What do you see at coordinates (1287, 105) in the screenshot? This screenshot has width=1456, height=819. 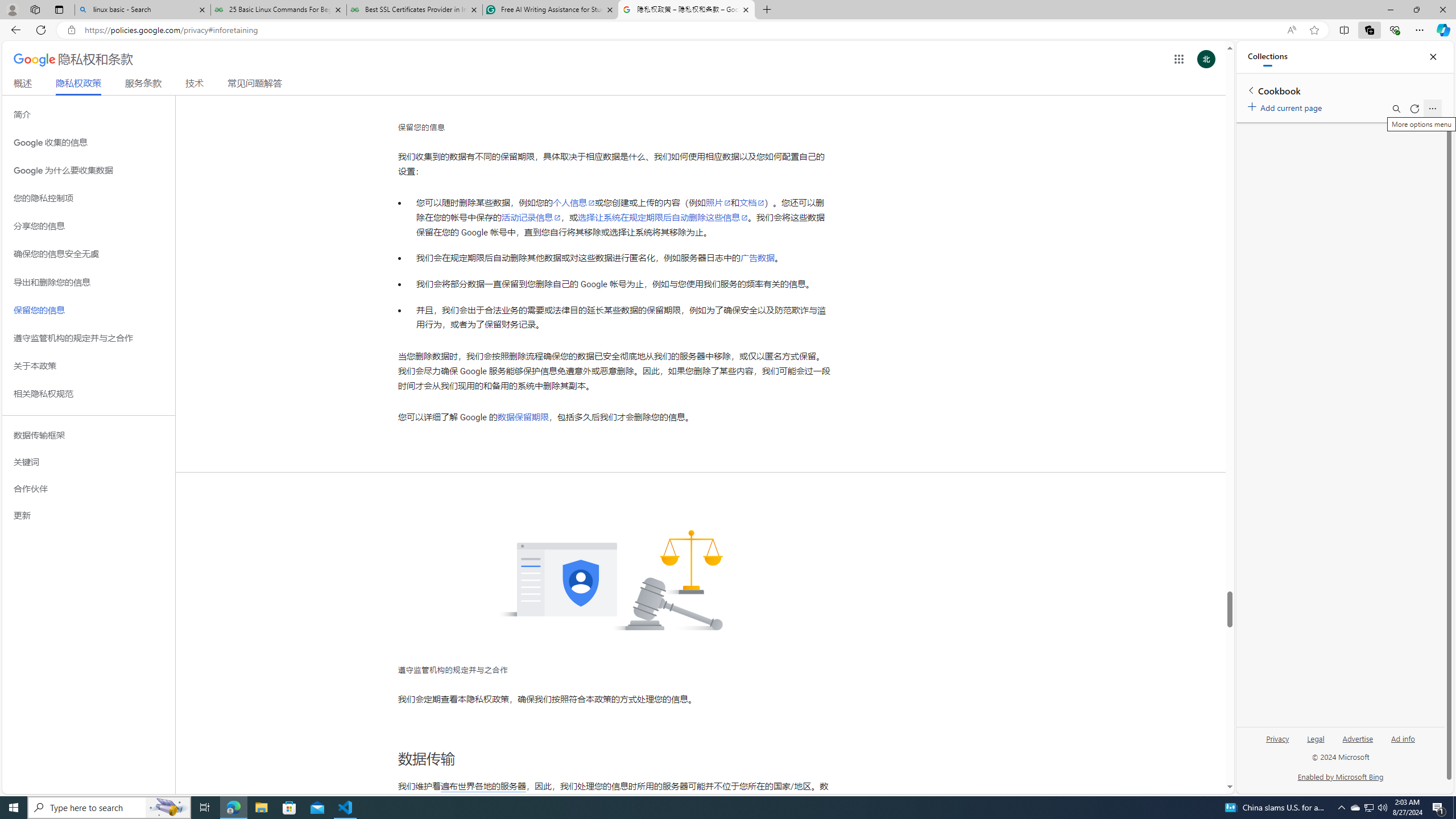 I see `'Add current page'` at bounding box center [1287, 105].